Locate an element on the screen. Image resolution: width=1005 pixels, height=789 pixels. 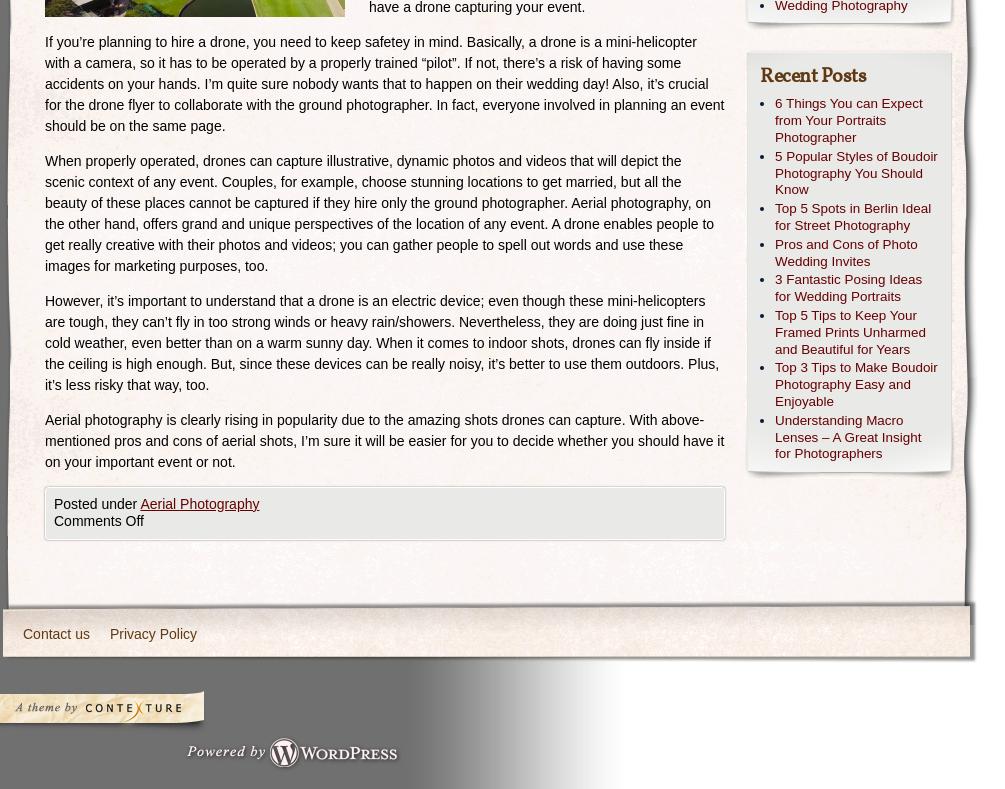
'Pros and Cons of Photo Wedding Invites' is located at coordinates (845, 252).